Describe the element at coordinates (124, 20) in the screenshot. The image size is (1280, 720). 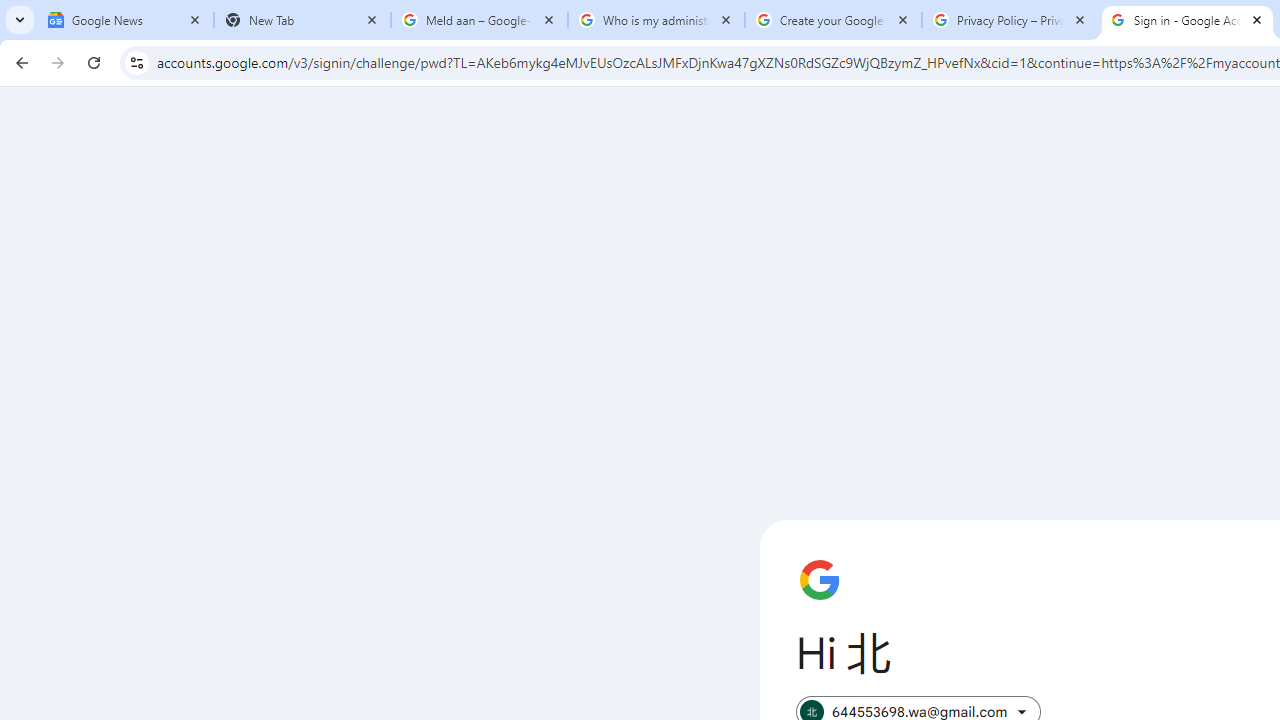
I see `'Google News'` at that location.